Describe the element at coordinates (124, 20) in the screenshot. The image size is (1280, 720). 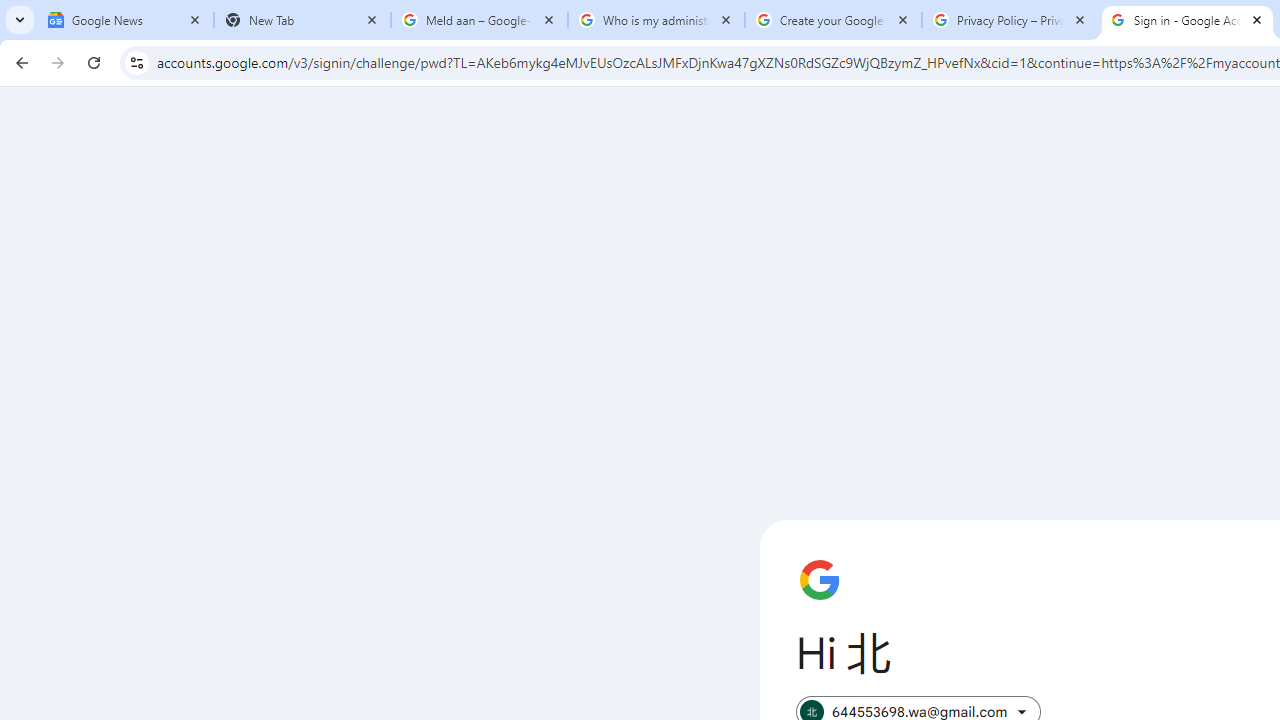
I see `'Google News'` at that location.